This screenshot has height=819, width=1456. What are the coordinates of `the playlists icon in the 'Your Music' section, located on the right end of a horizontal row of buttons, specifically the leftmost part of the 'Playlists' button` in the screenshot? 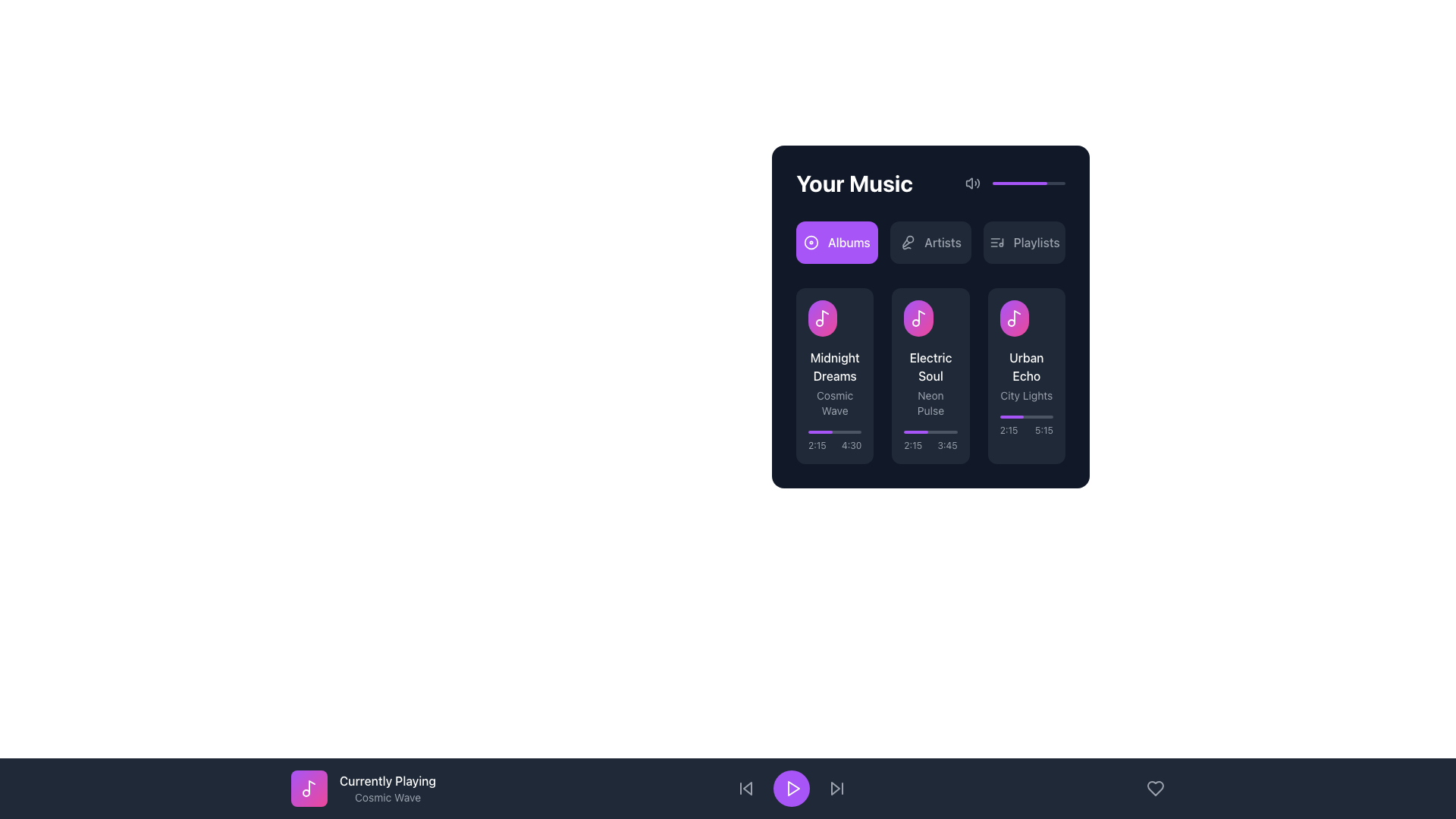 It's located at (996, 242).